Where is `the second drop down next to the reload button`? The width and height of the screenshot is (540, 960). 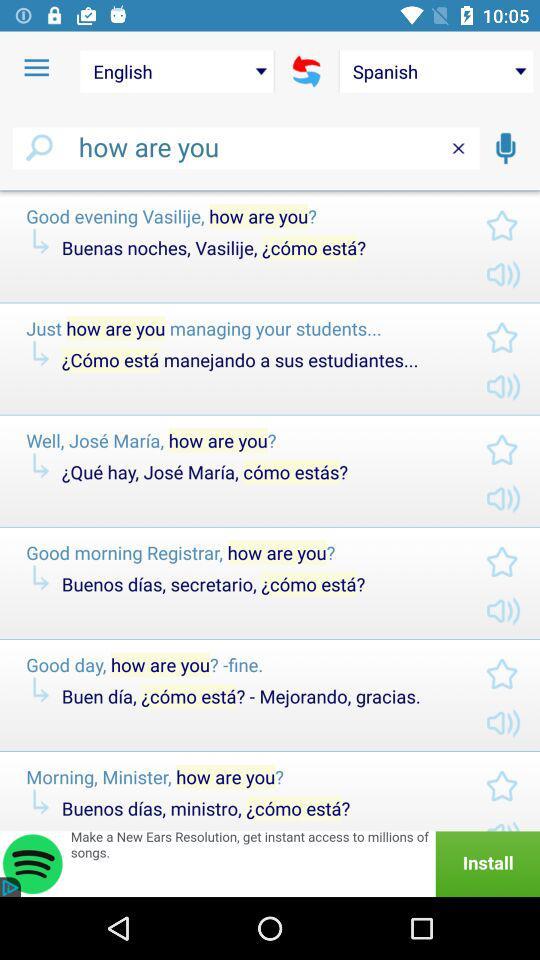
the second drop down next to the reload button is located at coordinates (435, 72).